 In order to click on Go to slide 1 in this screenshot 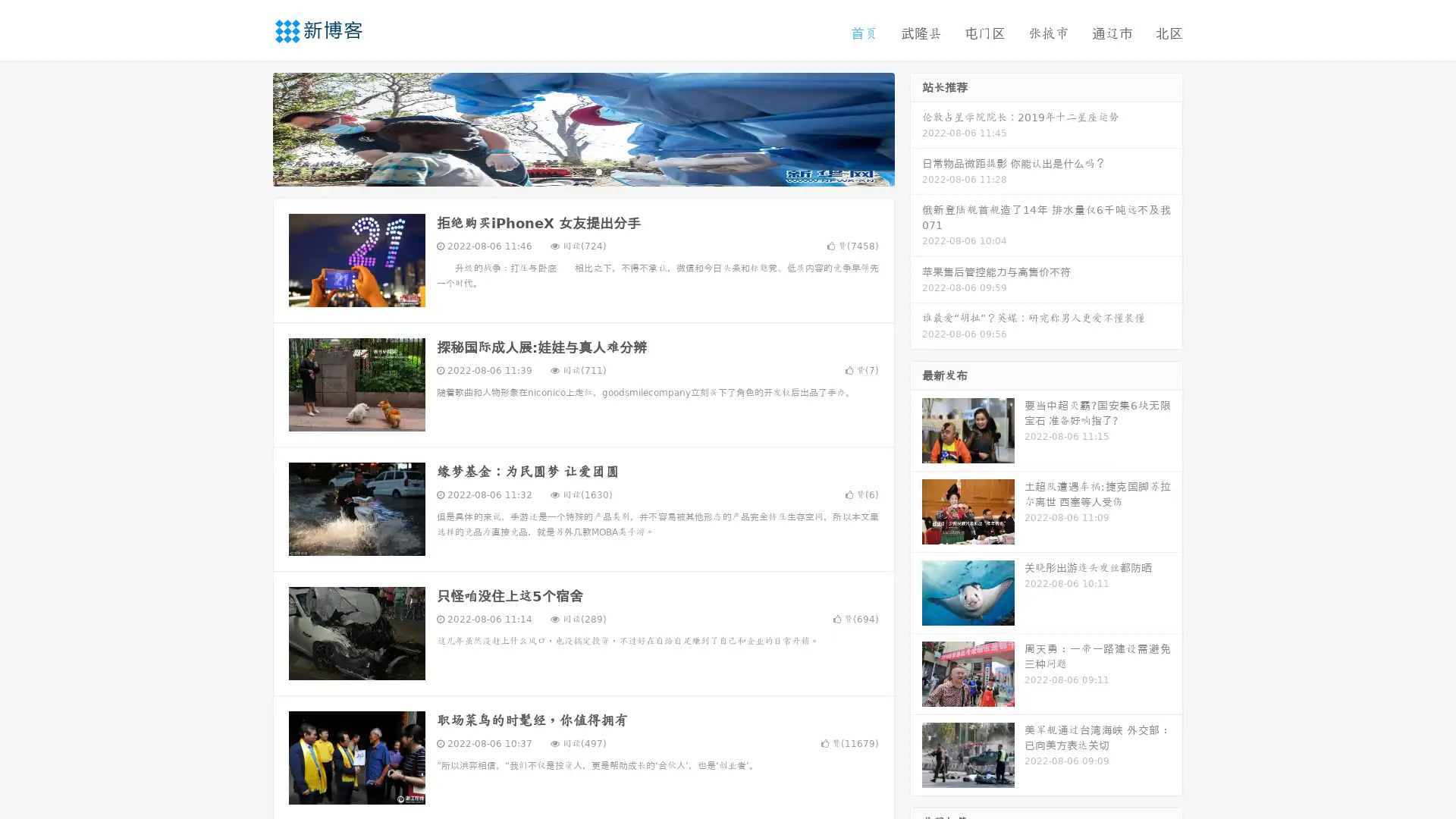, I will do `click(567, 171)`.